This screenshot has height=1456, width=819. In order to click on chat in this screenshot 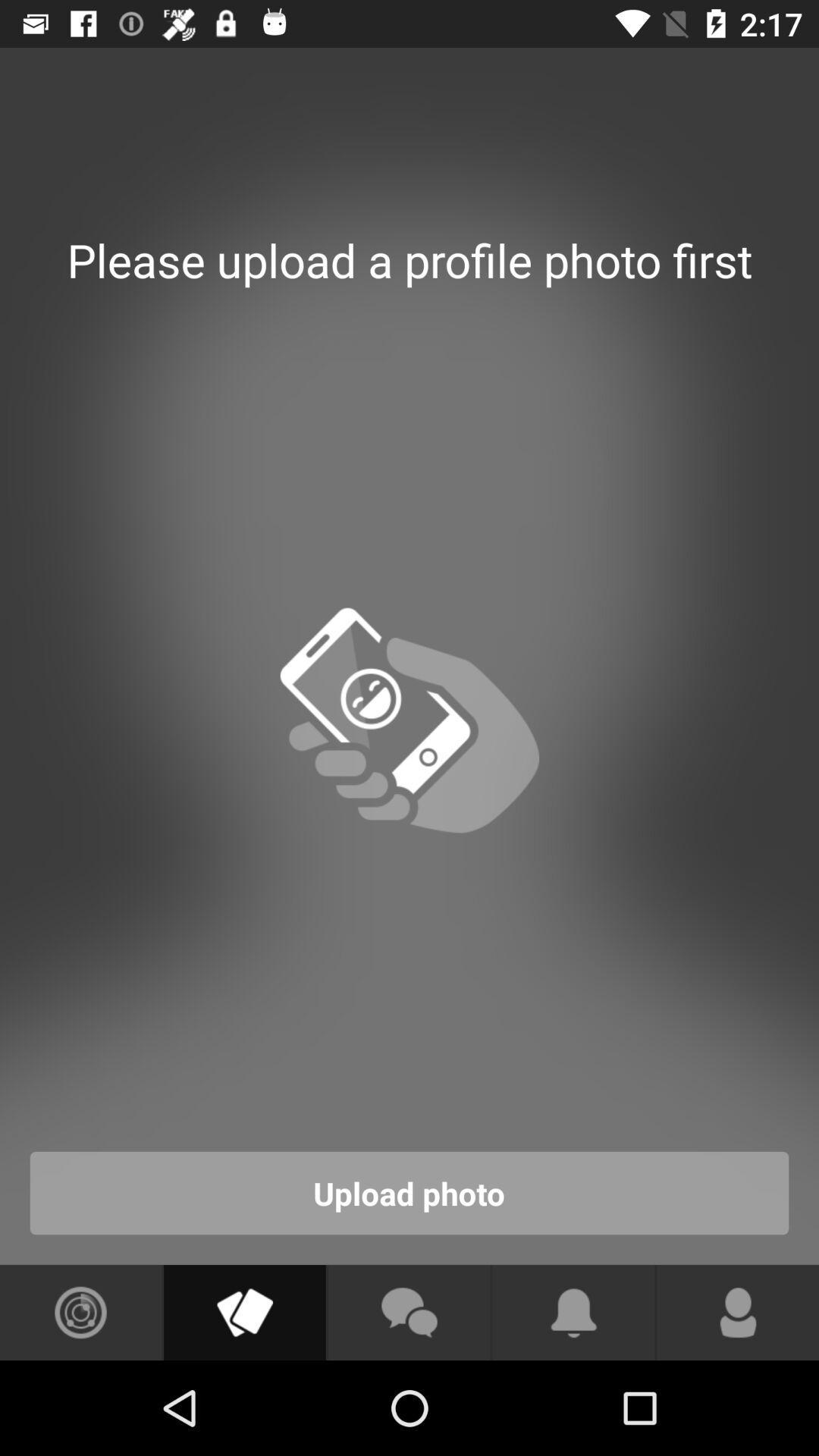, I will do `click(408, 1312)`.